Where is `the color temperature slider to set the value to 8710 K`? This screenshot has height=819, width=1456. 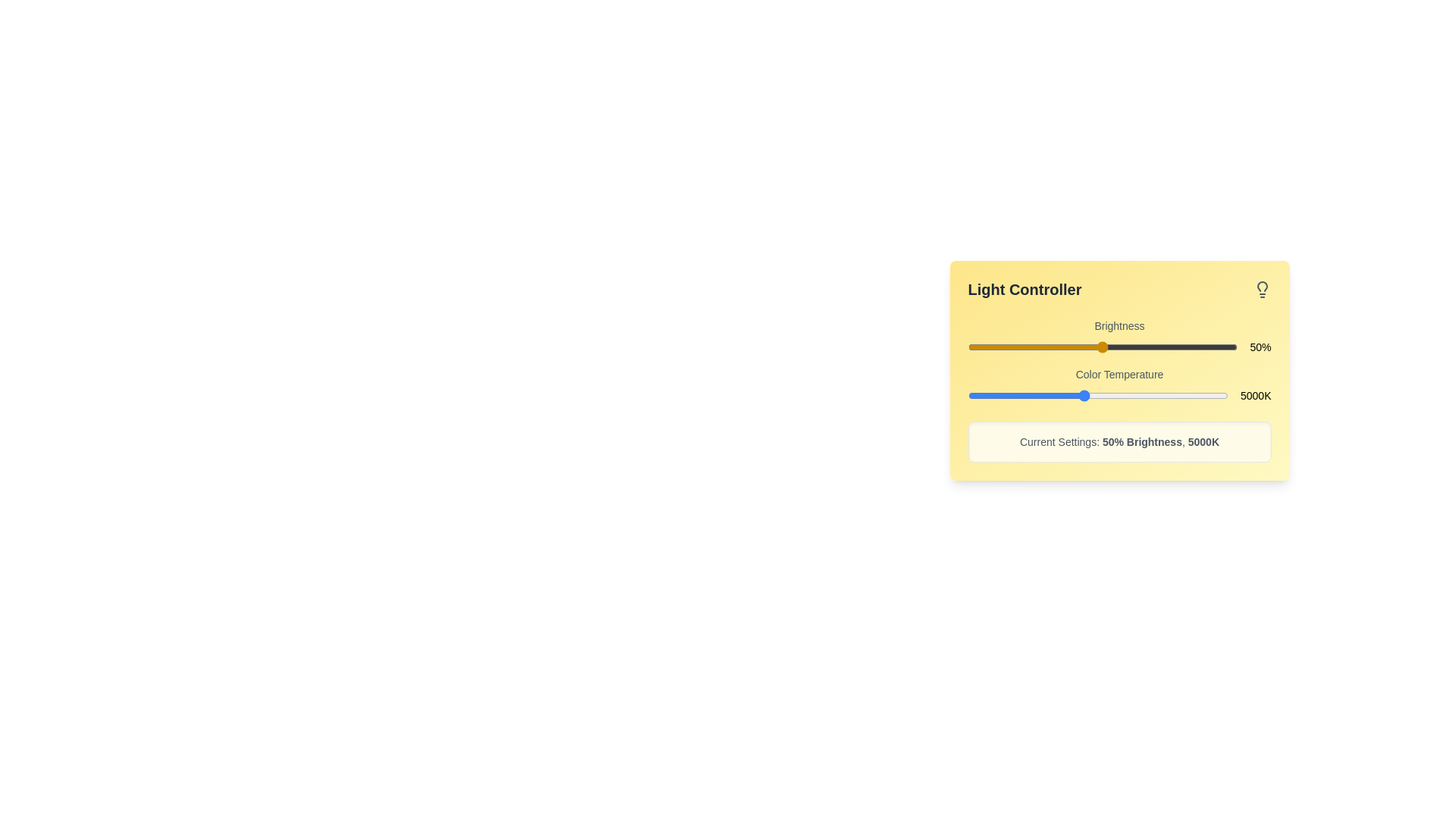
the color temperature slider to set the value to 8710 K is located at coordinates (1190, 394).